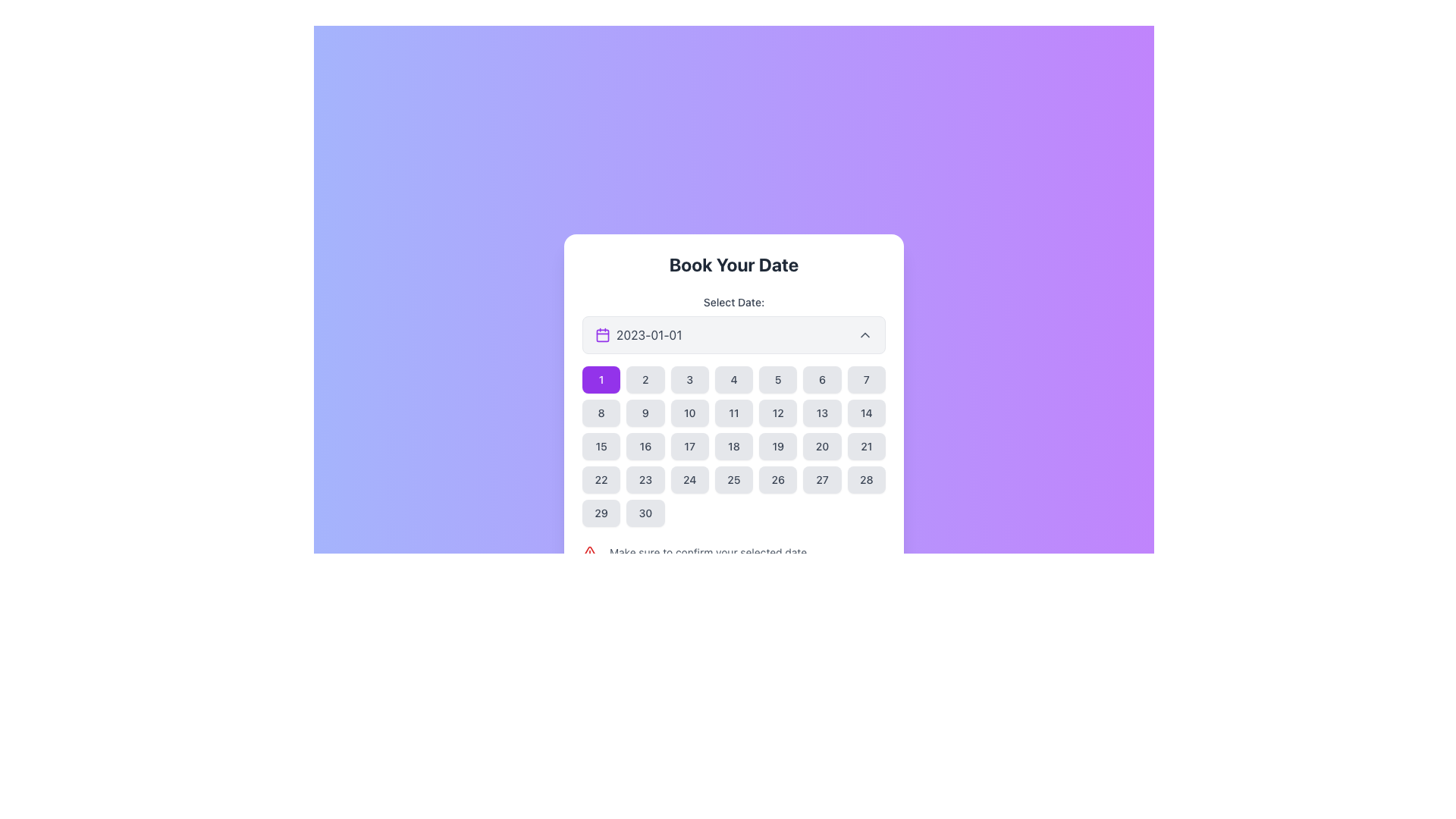 Image resolution: width=1456 pixels, height=819 pixels. I want to click on the button representing the 18th day in the calendar, so click(734, 446).